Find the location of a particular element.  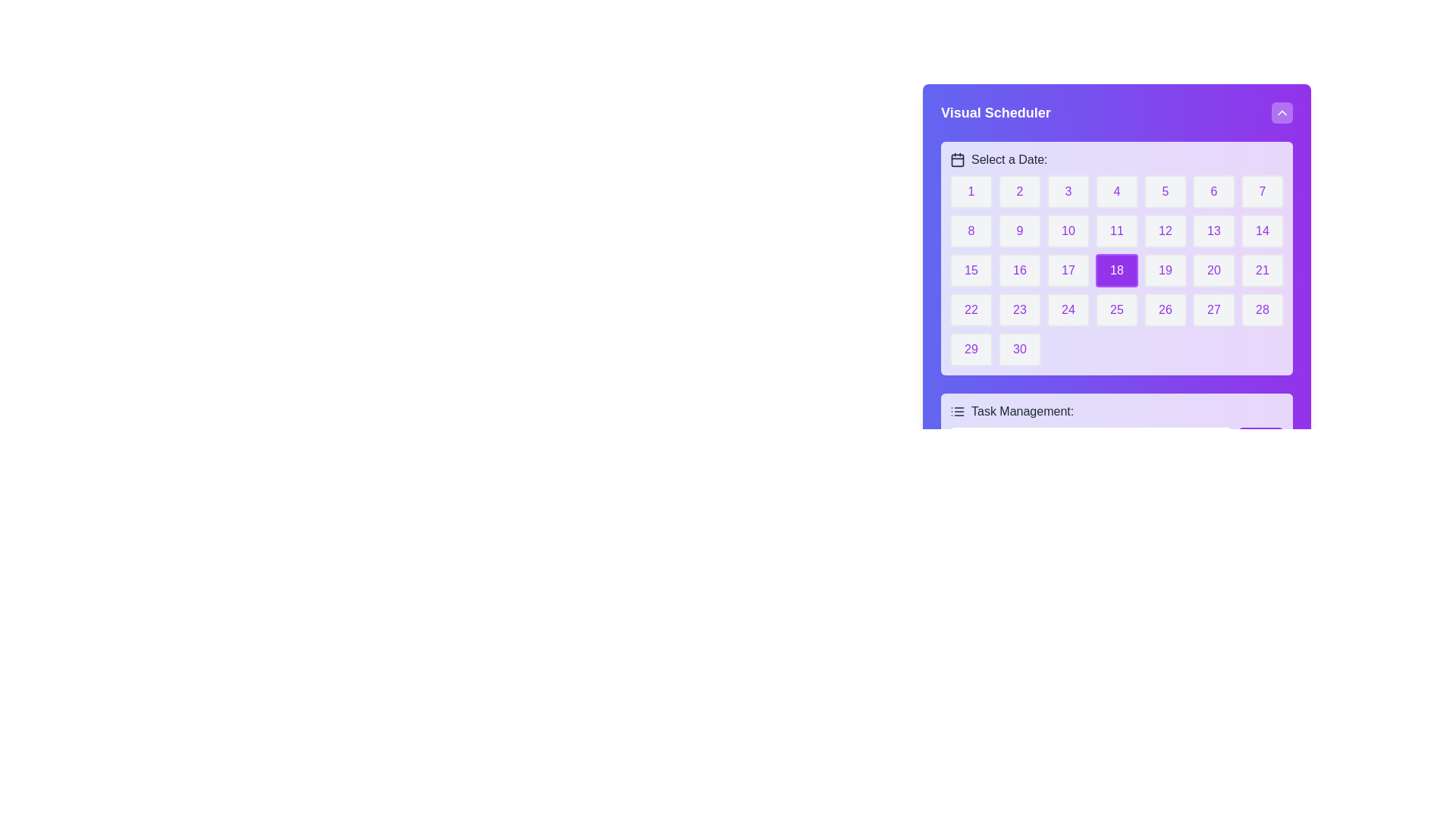

the button representing the date '22' in the visual calendar interface is located at coordinates (971, 309).